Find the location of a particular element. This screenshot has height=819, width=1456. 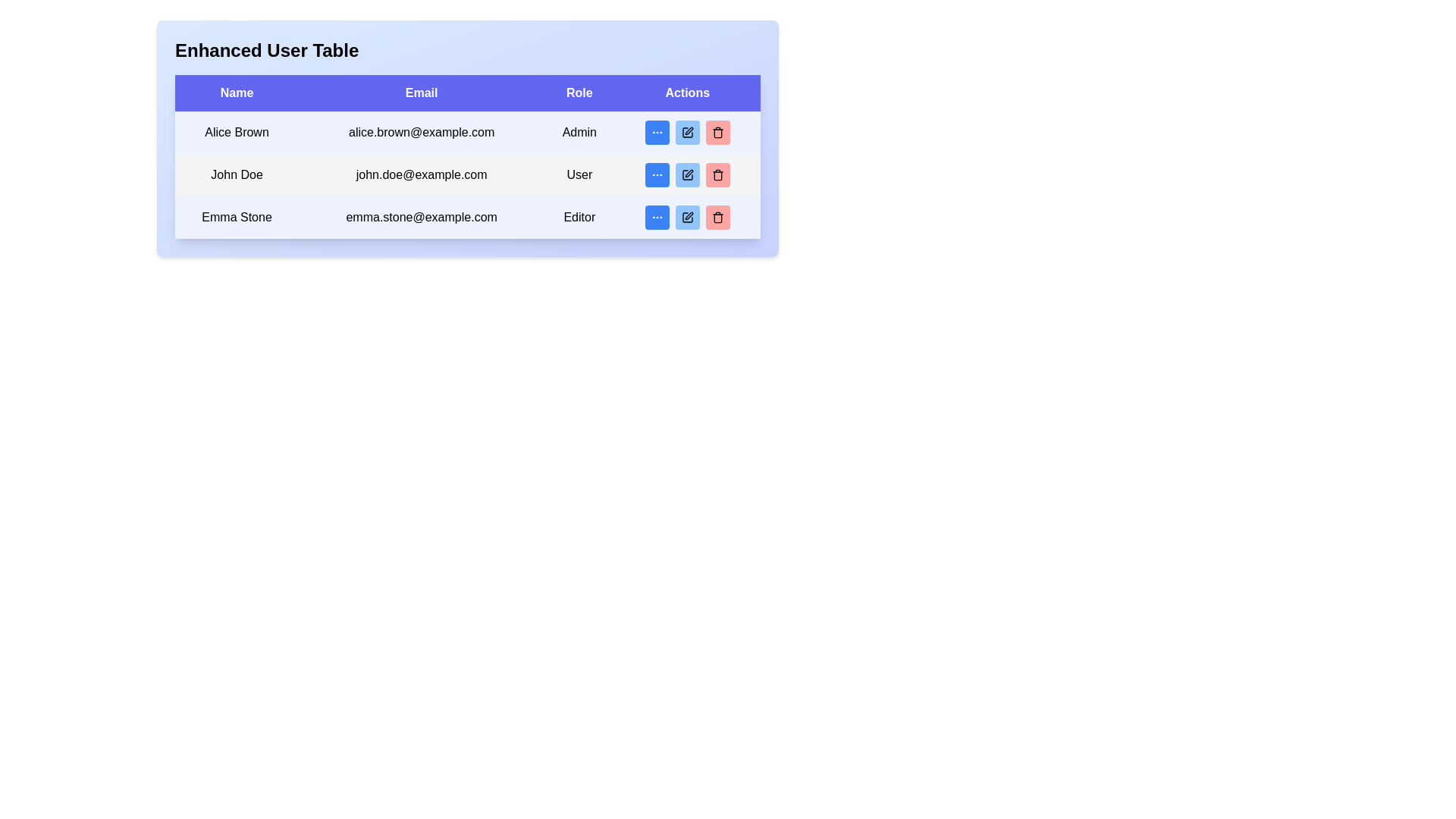

the trash can icon with a red background located in the 'Actions' column of the second row in the user table is located at coordinates (717, 131).